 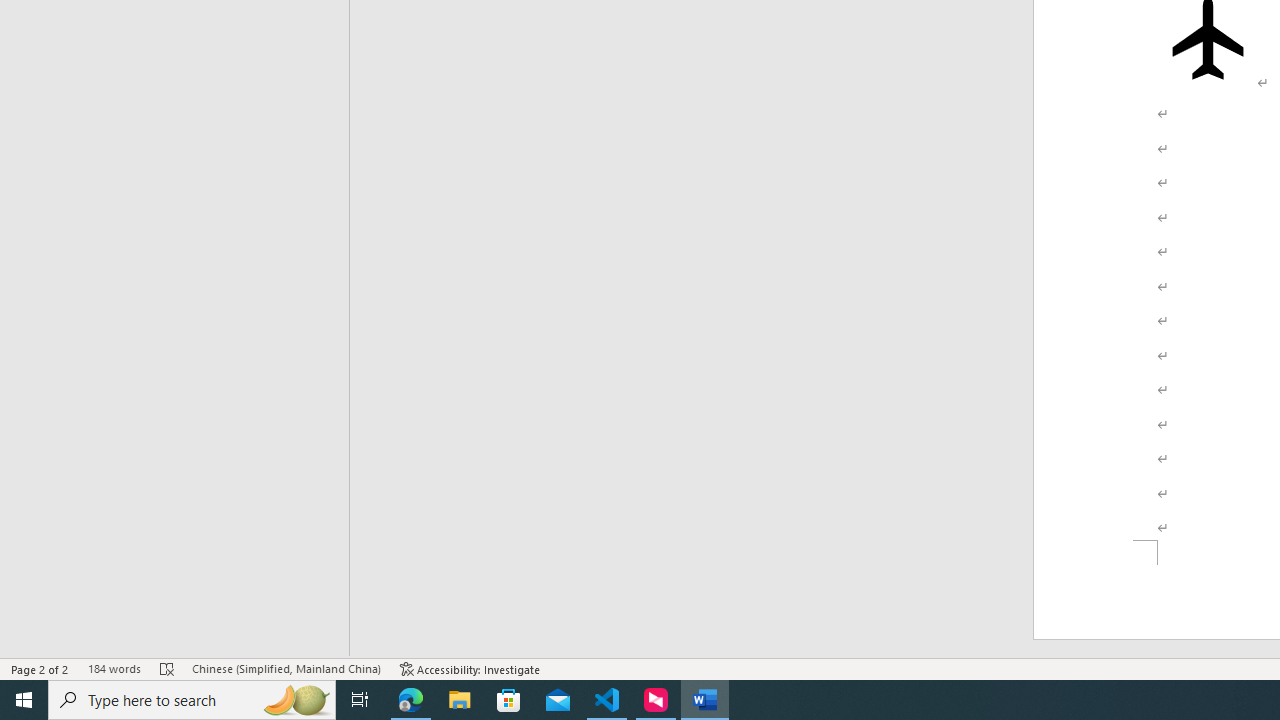 I want to click on 'Language Chinese (Simplified, Mainland China)', so click(x=285, y=669).